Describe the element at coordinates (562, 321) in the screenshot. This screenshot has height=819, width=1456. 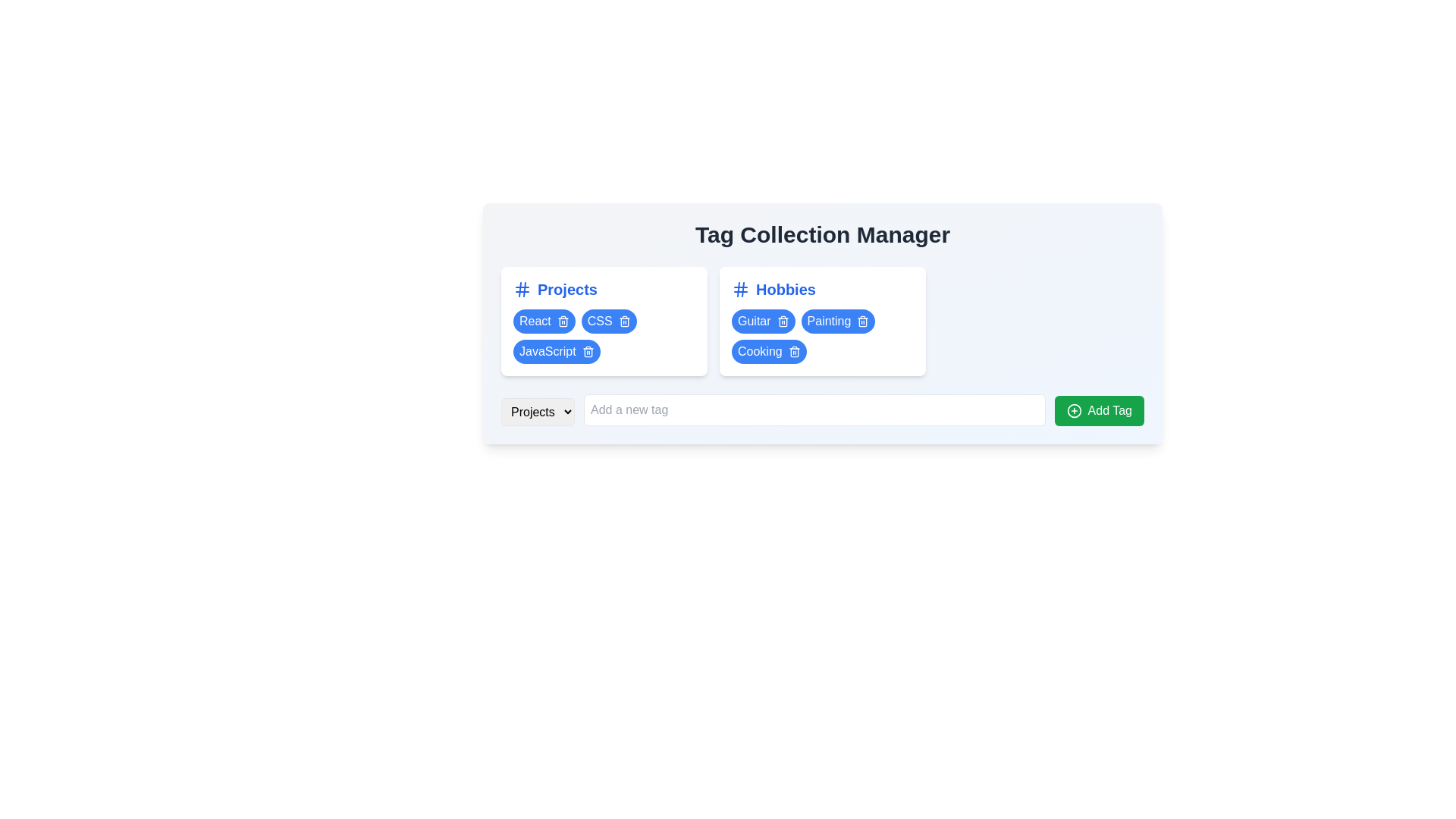
I see `the delete button next to the 'React' tag within the blue rounded tag under the 'Projects' category for visual feedback` at that location.